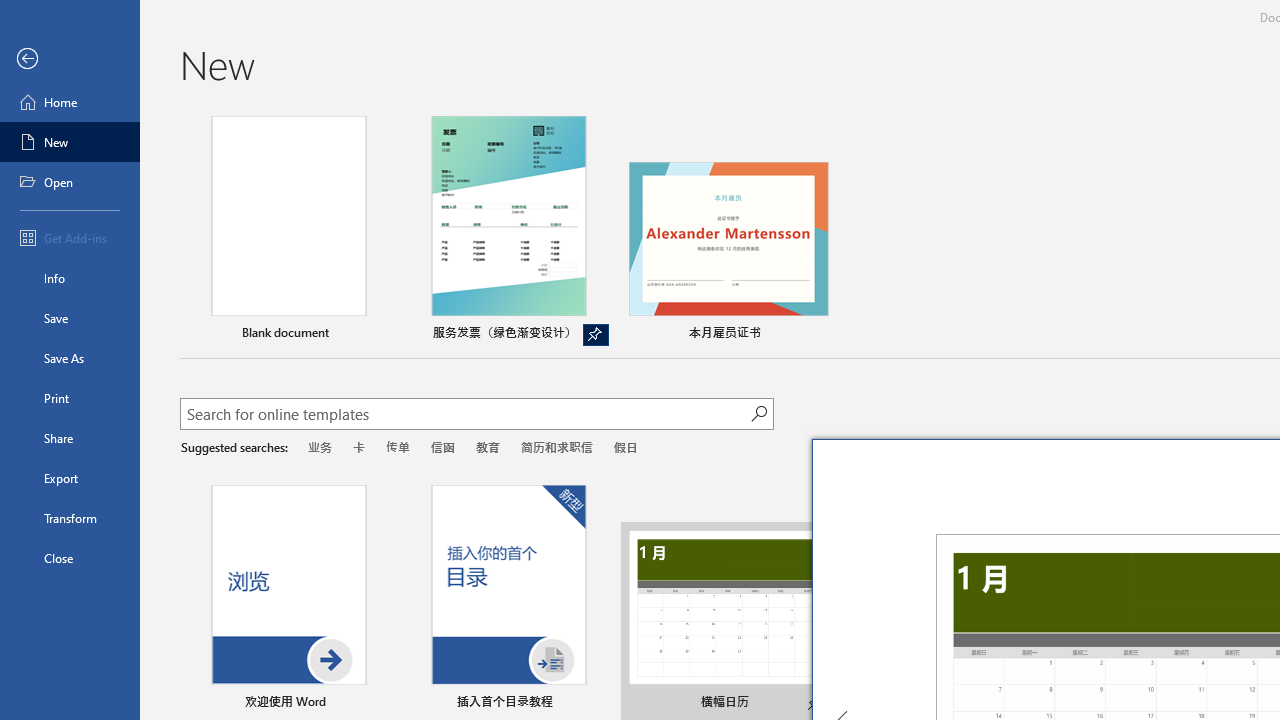 The height and width of the screenshot is (720, 1280). What do you see at coordinates (69, 277) in the screenshot?
I see `'Info'` at bounding box center [69, 277].